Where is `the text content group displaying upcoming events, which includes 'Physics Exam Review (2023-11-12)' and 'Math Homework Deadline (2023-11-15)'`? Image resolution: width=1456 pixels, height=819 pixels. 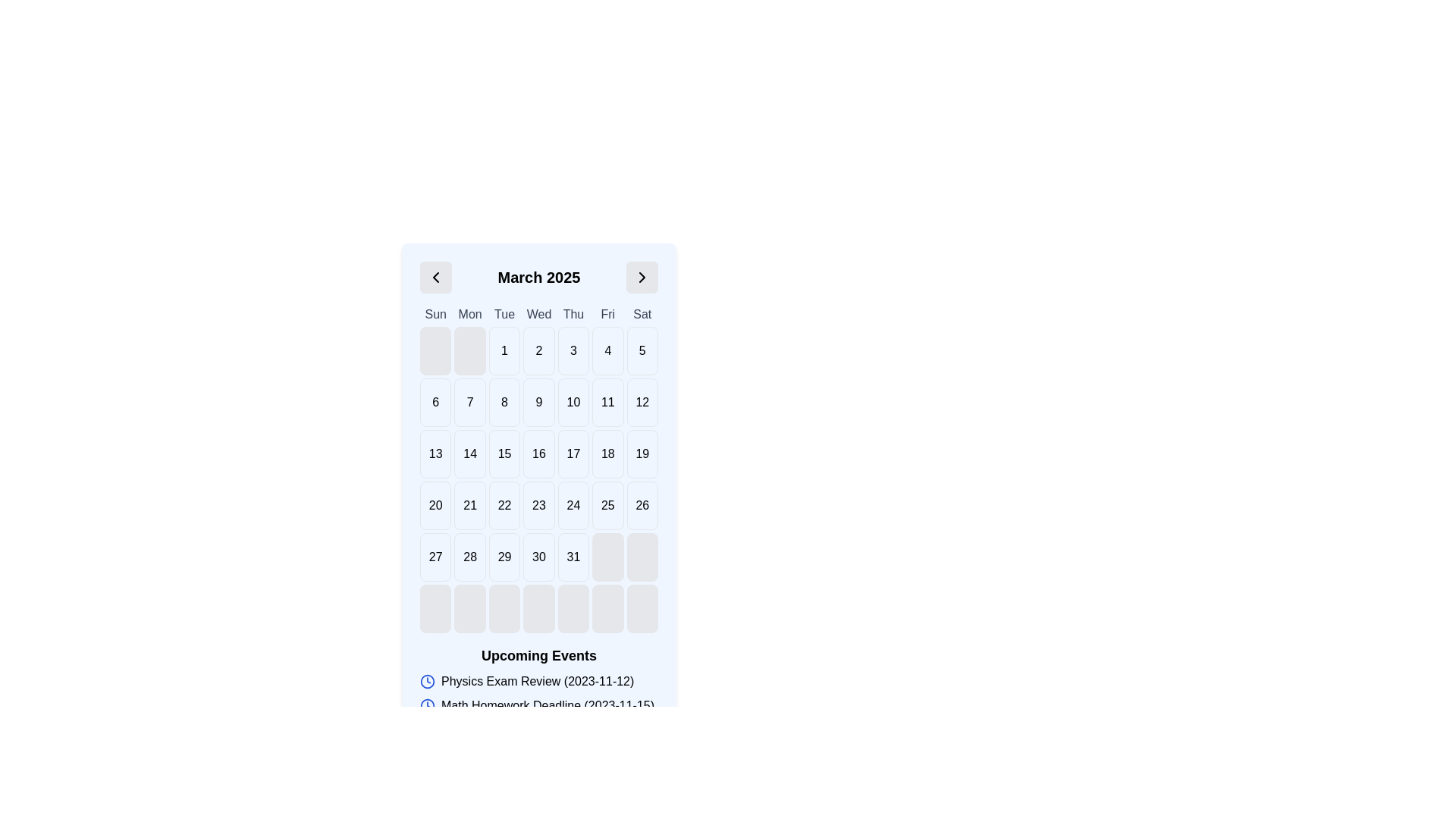
the text content group displaying upcoming events, which includes 'Physics Exam Review (2023-11-12)' and 'Math Homework Deadline (2023-11-15)' is located at coordinates (538, 693).